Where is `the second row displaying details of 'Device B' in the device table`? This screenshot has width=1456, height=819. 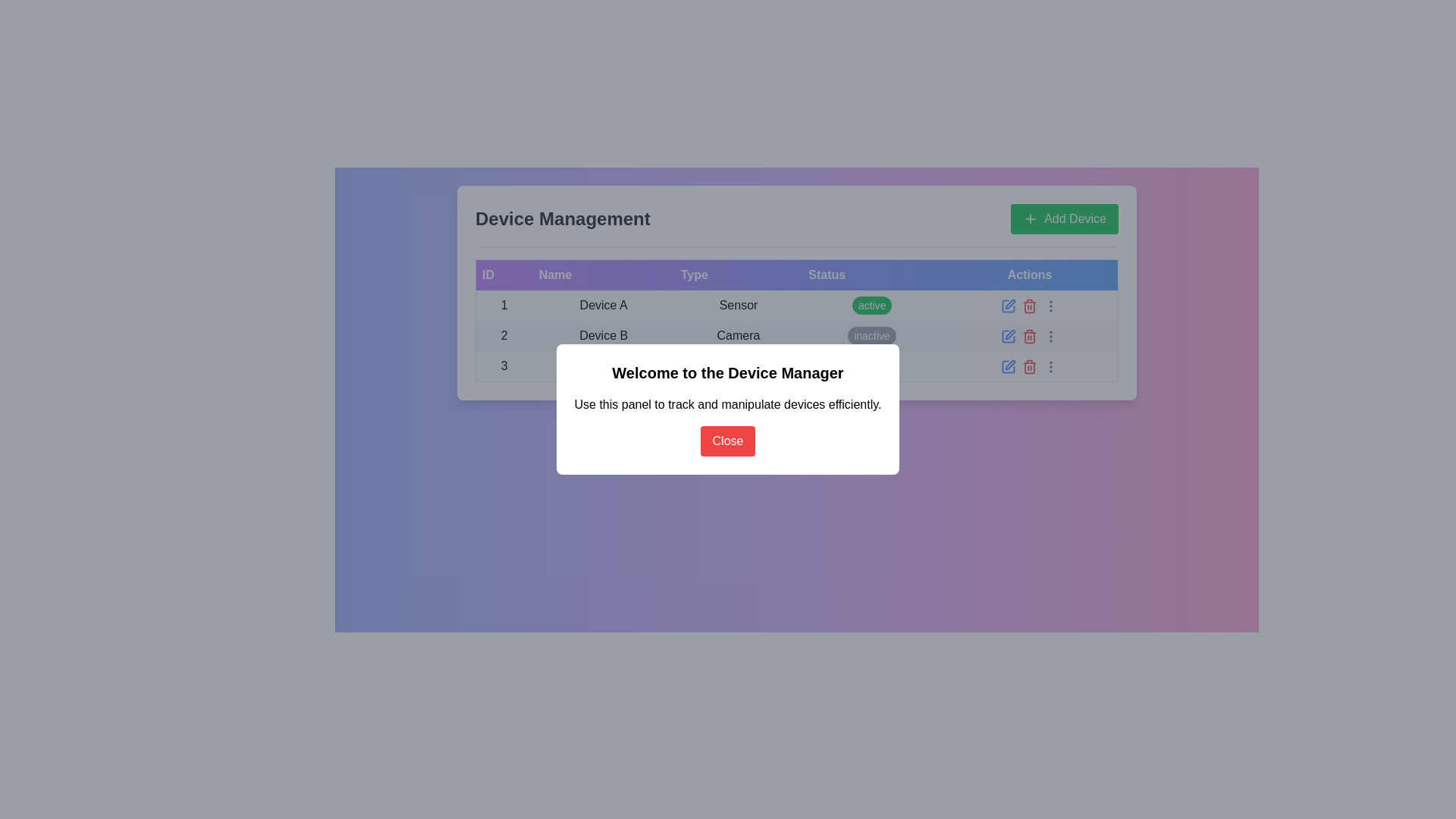
the second row displaying details of 'Device B' in the device table is located at coordinates (796, 335).